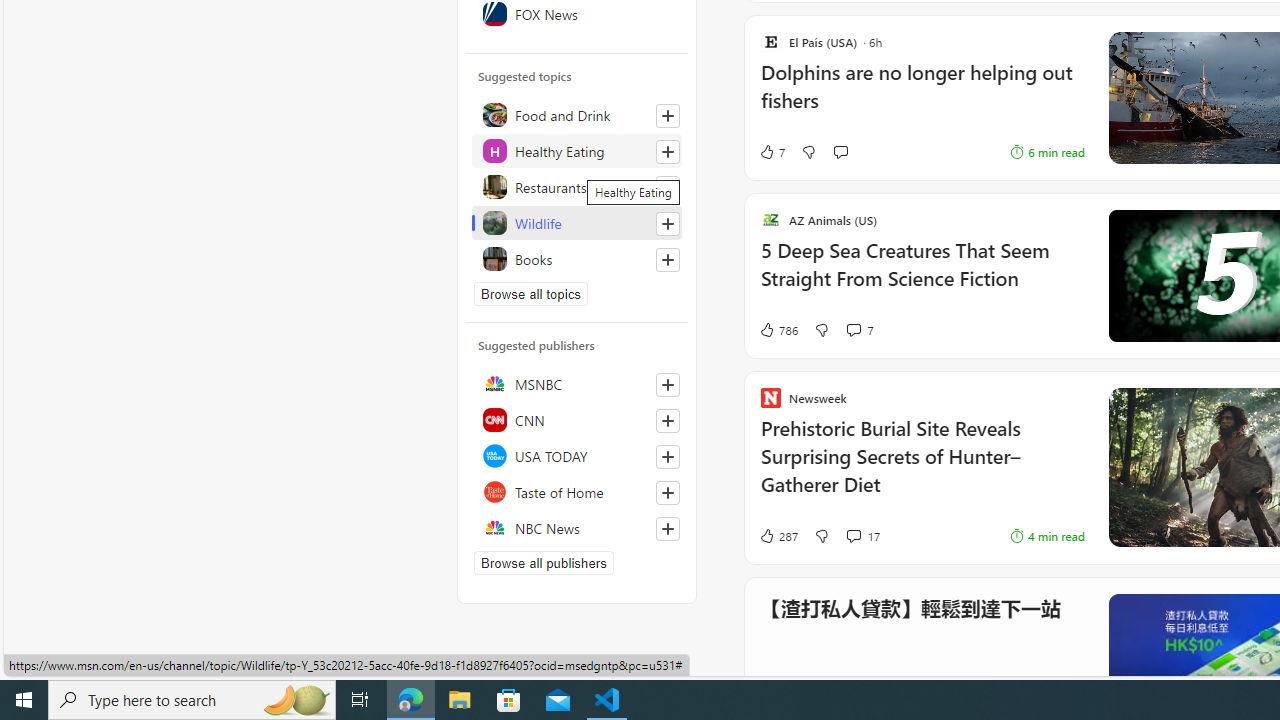 Image resolution: width=1280 pixels, height=720 pixels. What do you see at coordinates (853, 535) in the screenshot?
I see `'View comments 17 Comment'` at bounding box center [853, 535].